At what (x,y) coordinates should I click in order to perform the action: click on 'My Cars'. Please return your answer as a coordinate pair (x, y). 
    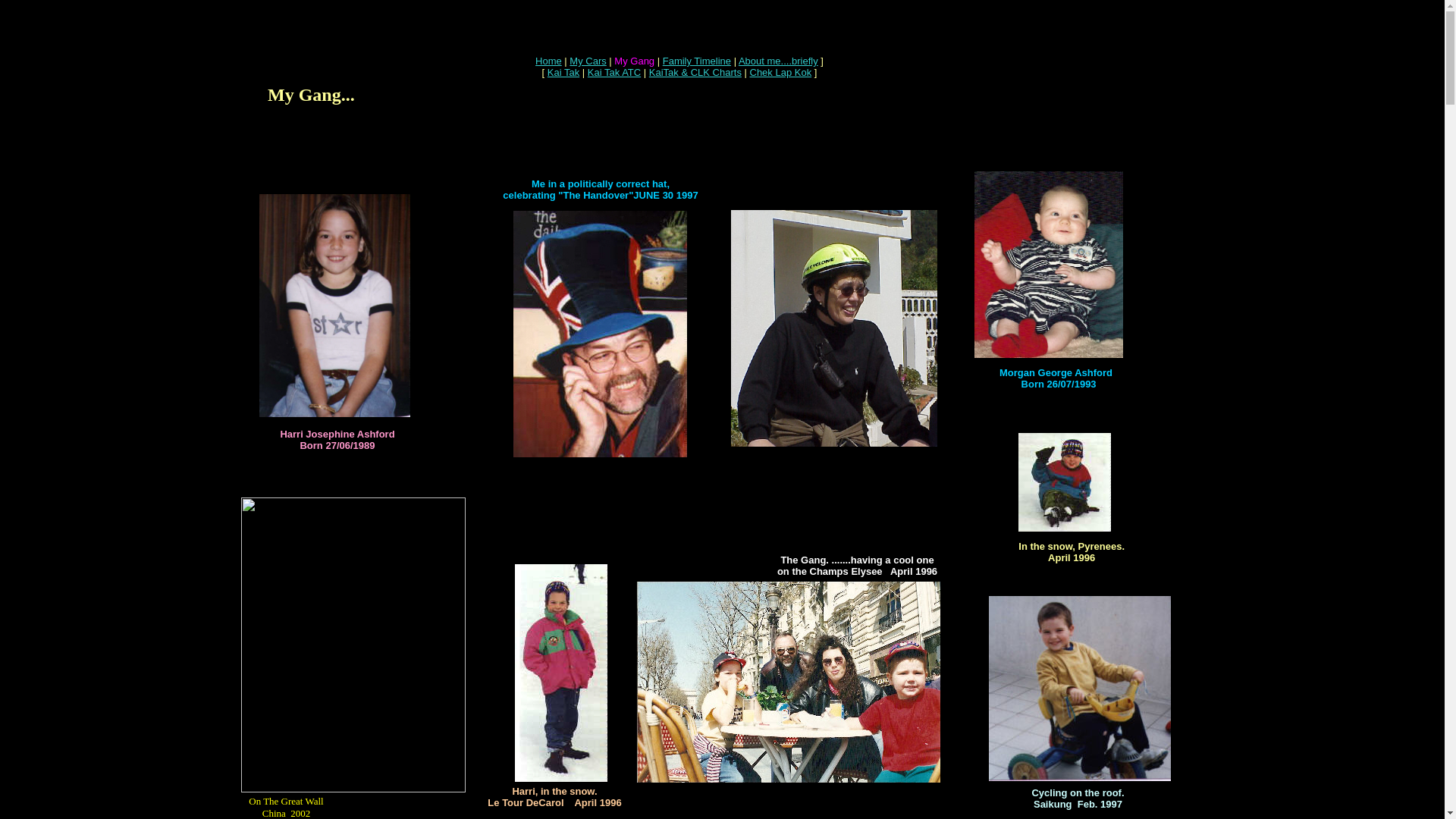
    Looking at the image, I should click on (586, 60).